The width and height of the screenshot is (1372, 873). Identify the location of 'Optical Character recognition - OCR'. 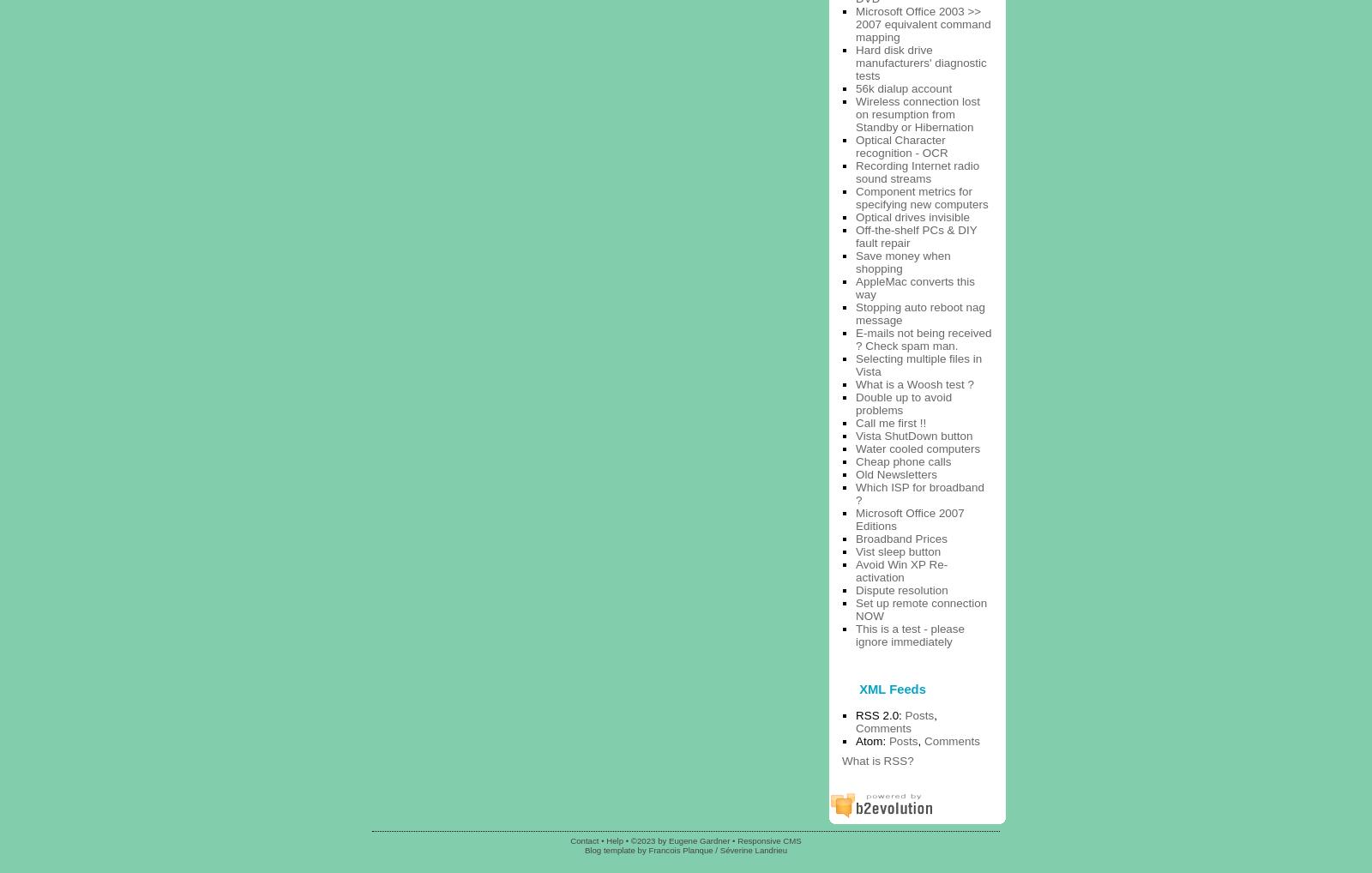
(901, 146).